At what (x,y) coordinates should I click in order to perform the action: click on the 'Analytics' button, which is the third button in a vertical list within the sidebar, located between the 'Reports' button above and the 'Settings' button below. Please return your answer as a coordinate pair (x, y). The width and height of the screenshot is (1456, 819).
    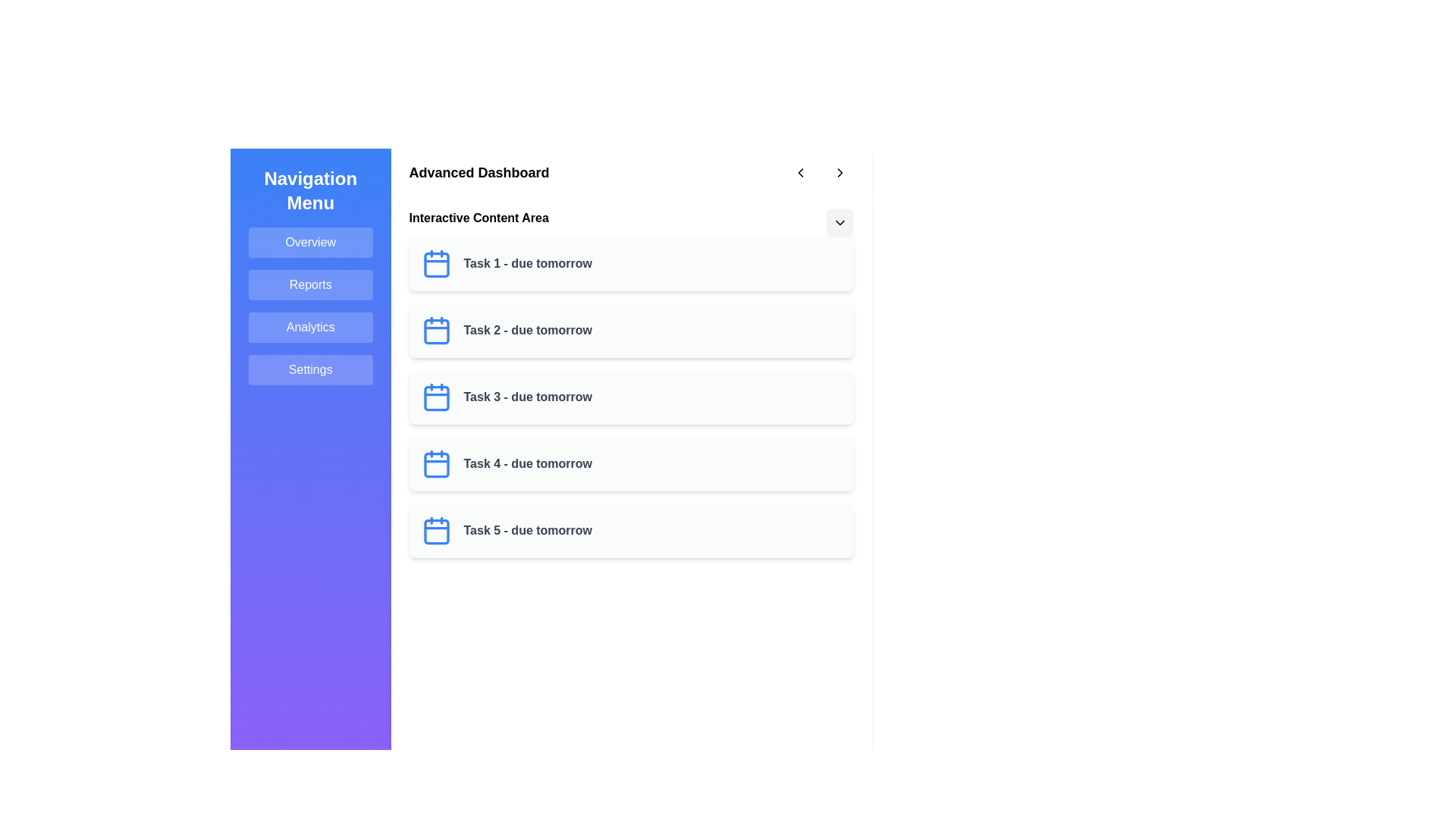
    Looking at the image, I should click on (309, 327).